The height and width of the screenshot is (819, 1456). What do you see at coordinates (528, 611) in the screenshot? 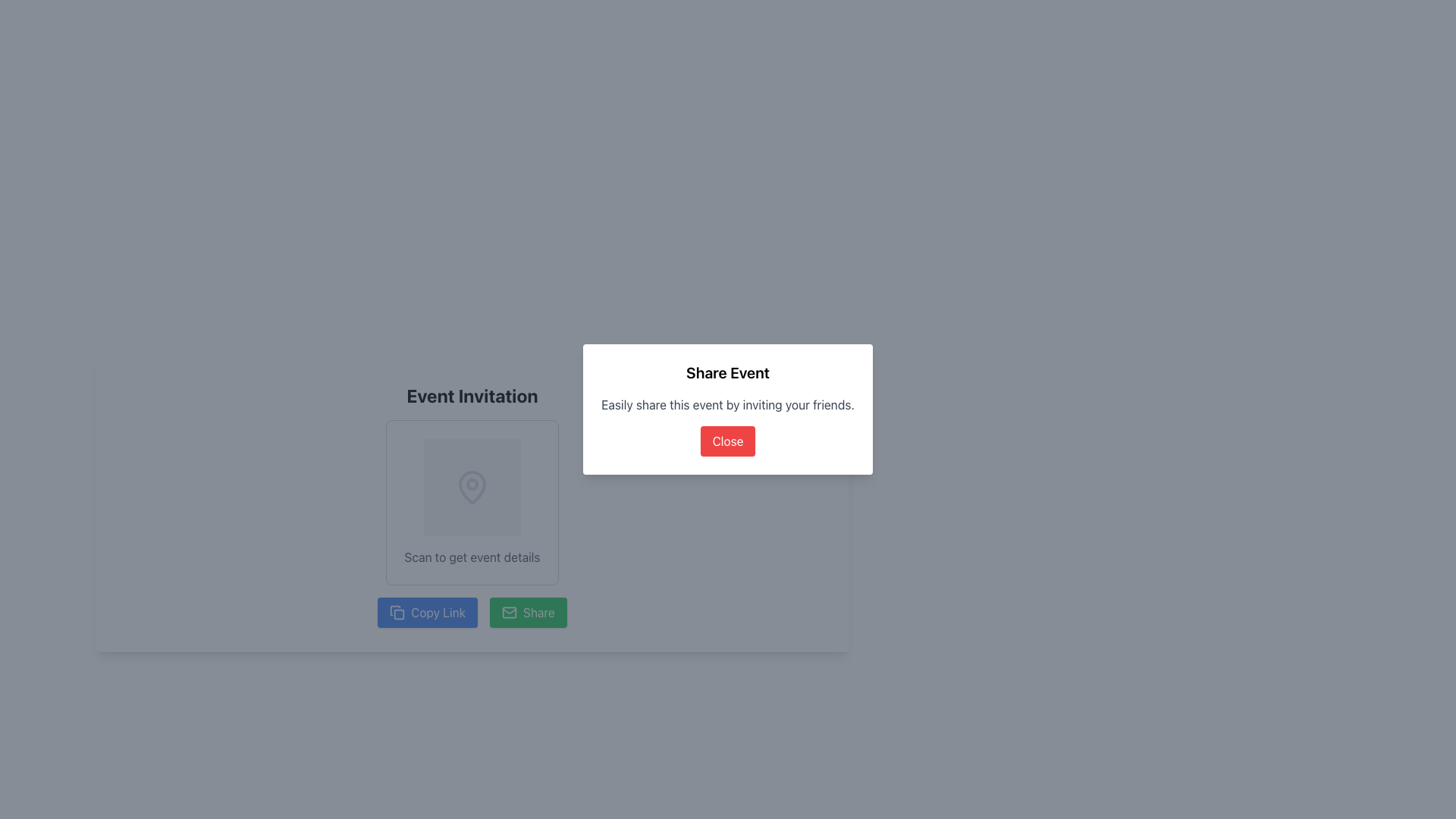
I see `the 'Share' button with a green background and rounded corners located in the lower right corner of the 'Event Invitation' card to initiate sharing` at bounding box center [528, 611].